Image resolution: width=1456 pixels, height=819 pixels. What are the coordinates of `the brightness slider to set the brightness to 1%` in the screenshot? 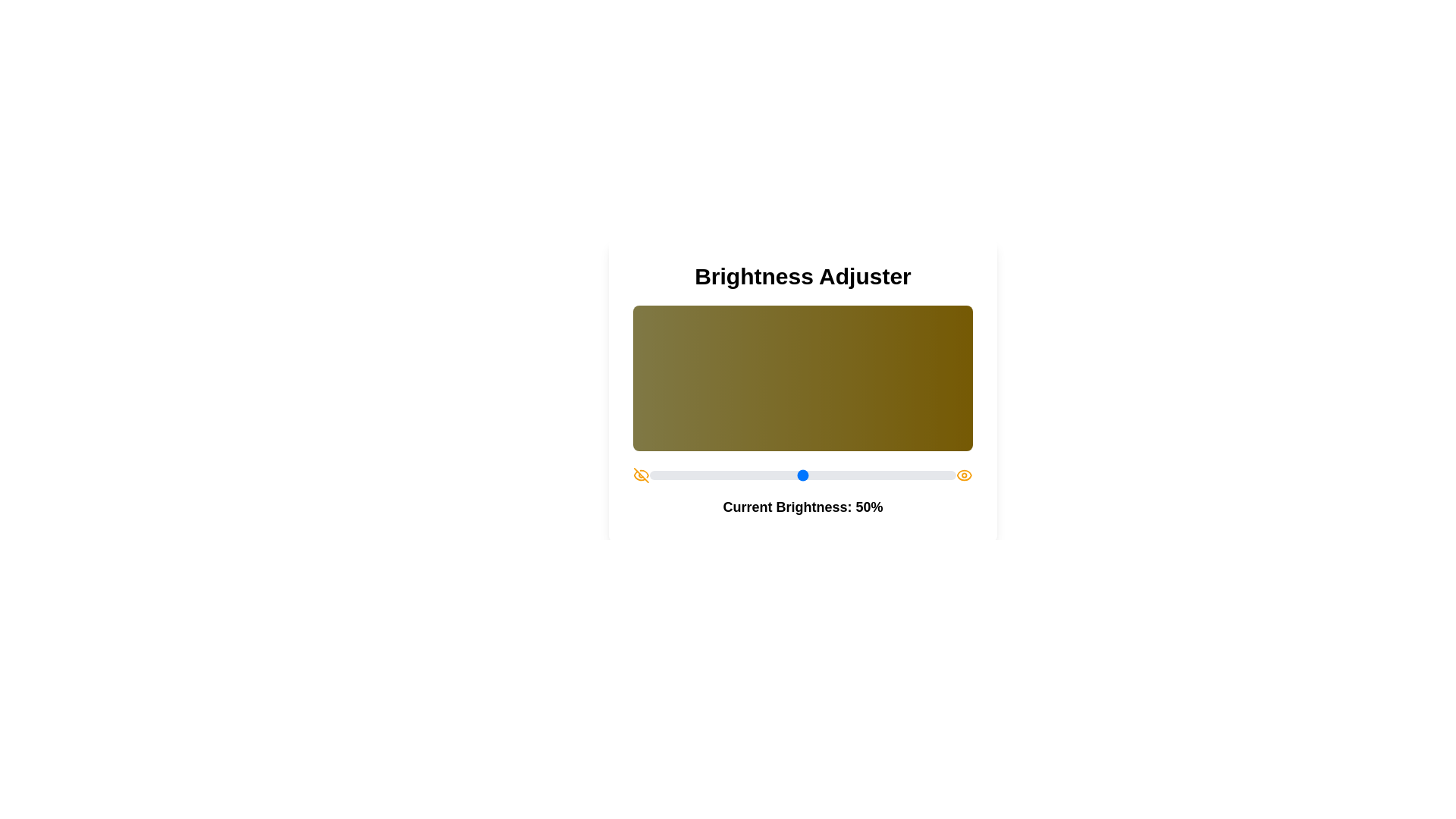 It's located at (652, 475).